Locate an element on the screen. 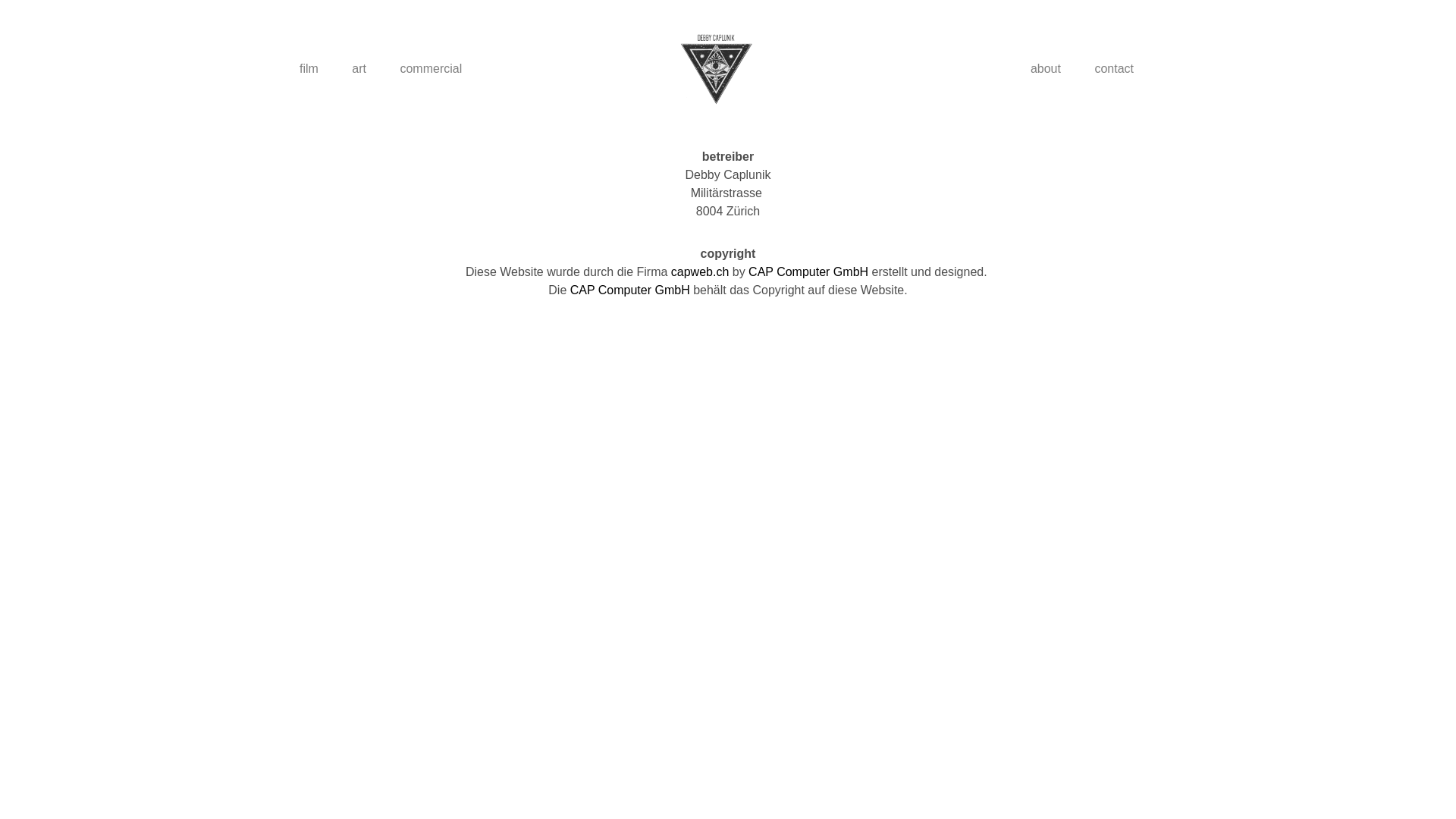  'art' is located at coordinates (336, 69).